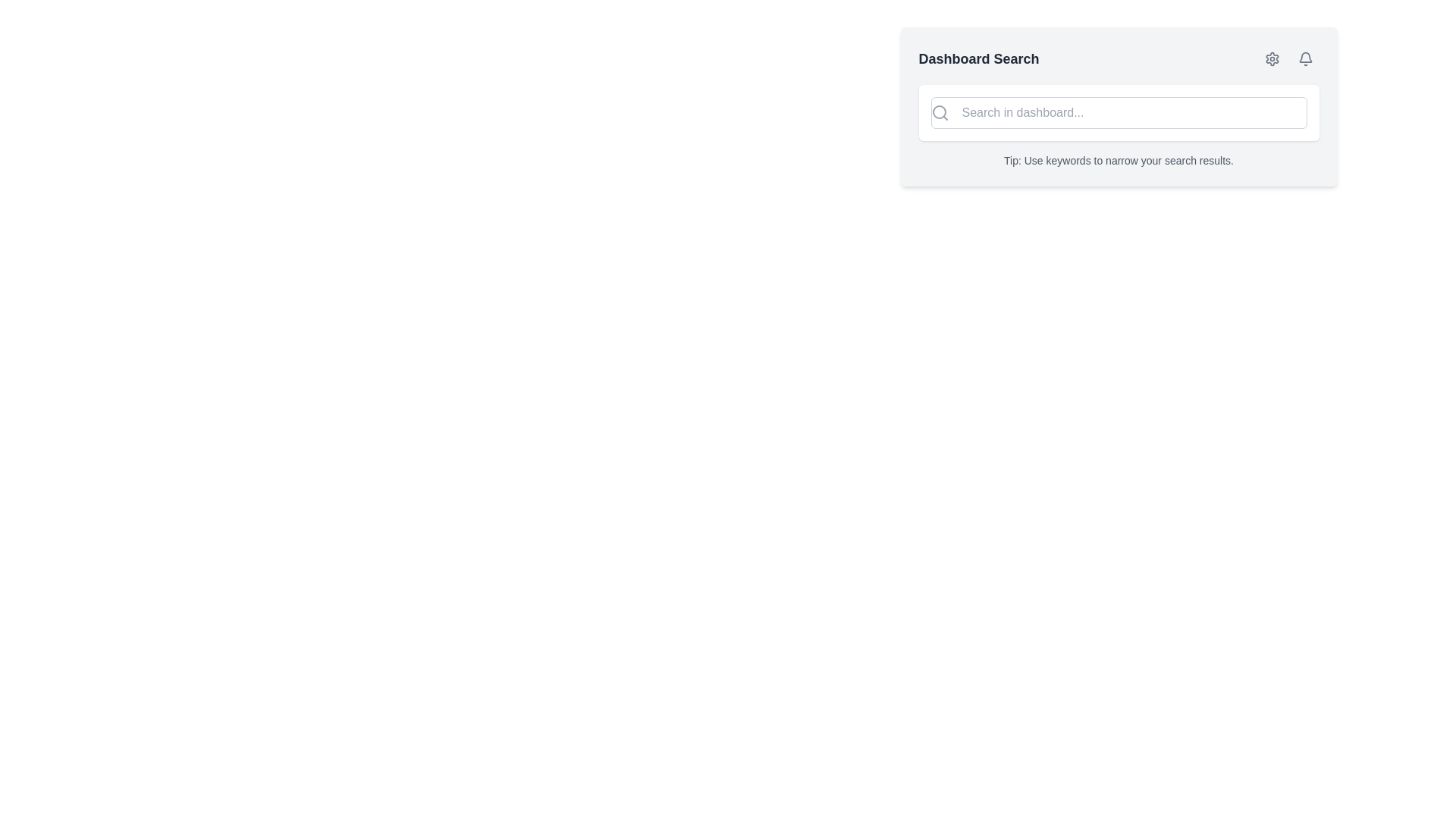 The image size is (1456, 819). What do you see at coordinates (938, 111) in the screenshot?
I see `the circular component of the magnifying glass icon located on the left side of the dashboard search input box` at bounding box center [938, 111].